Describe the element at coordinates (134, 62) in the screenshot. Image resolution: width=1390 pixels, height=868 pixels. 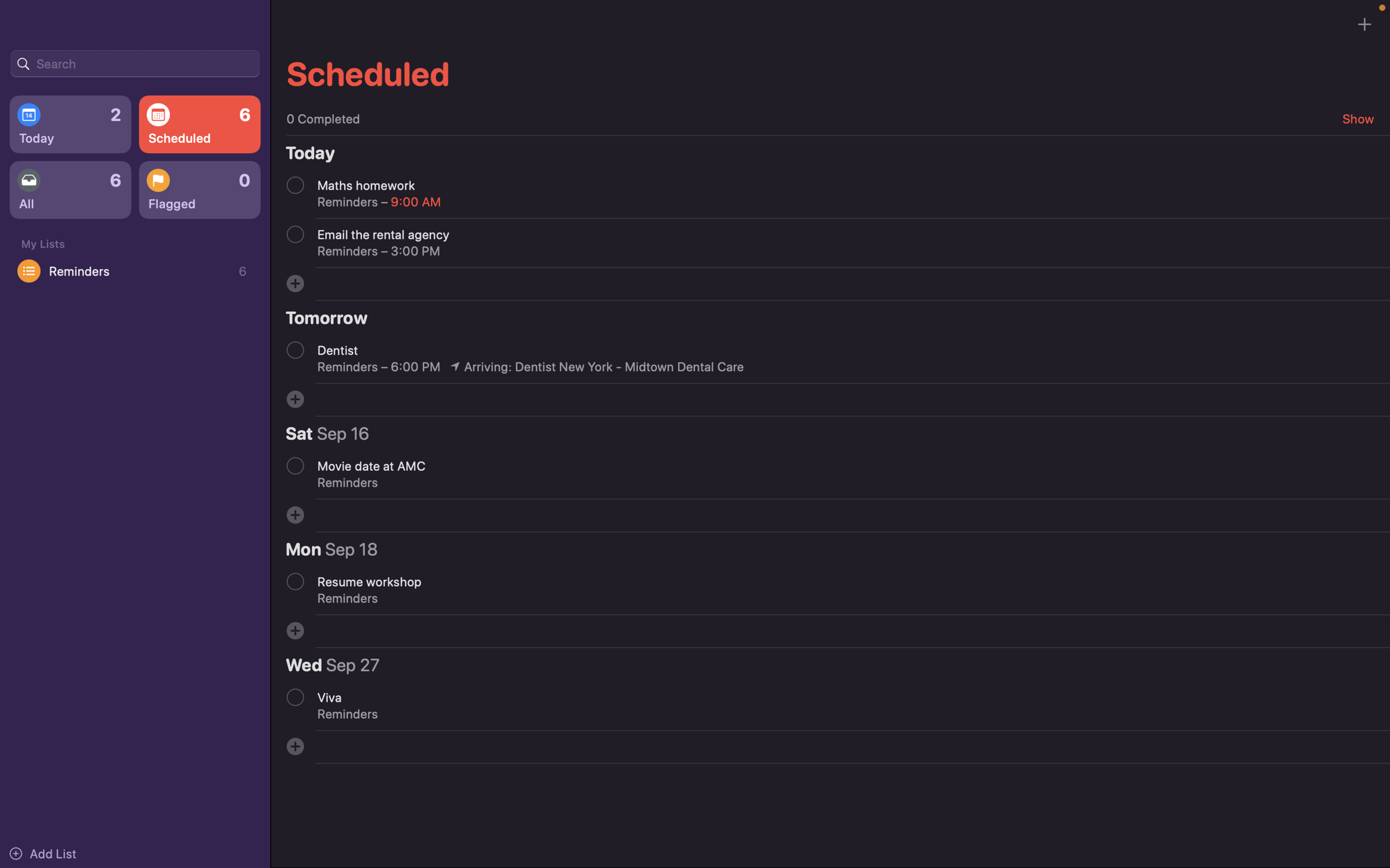
I see `information on the event "Product launch` at that location.